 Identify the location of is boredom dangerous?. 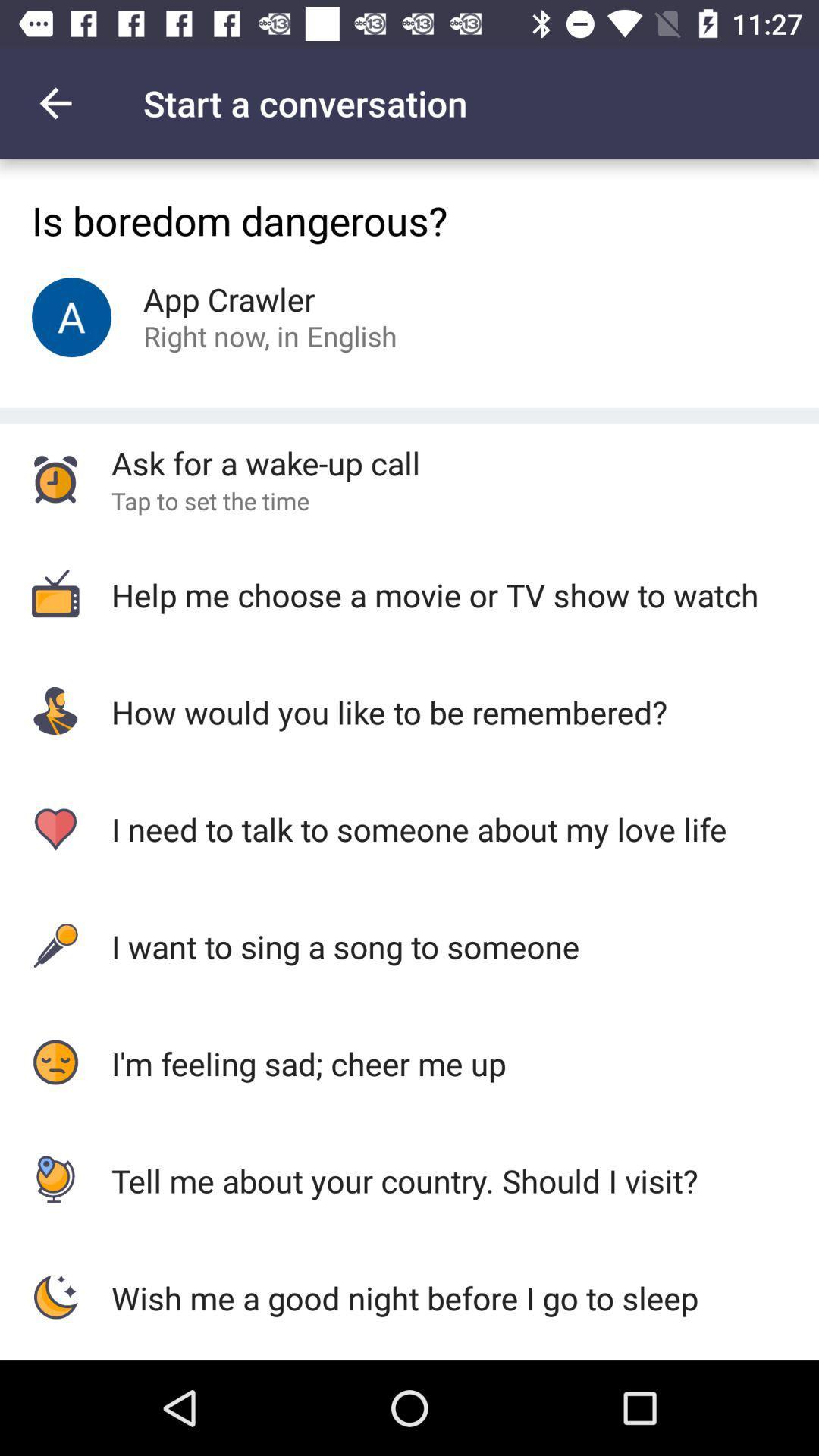
(409, 218).